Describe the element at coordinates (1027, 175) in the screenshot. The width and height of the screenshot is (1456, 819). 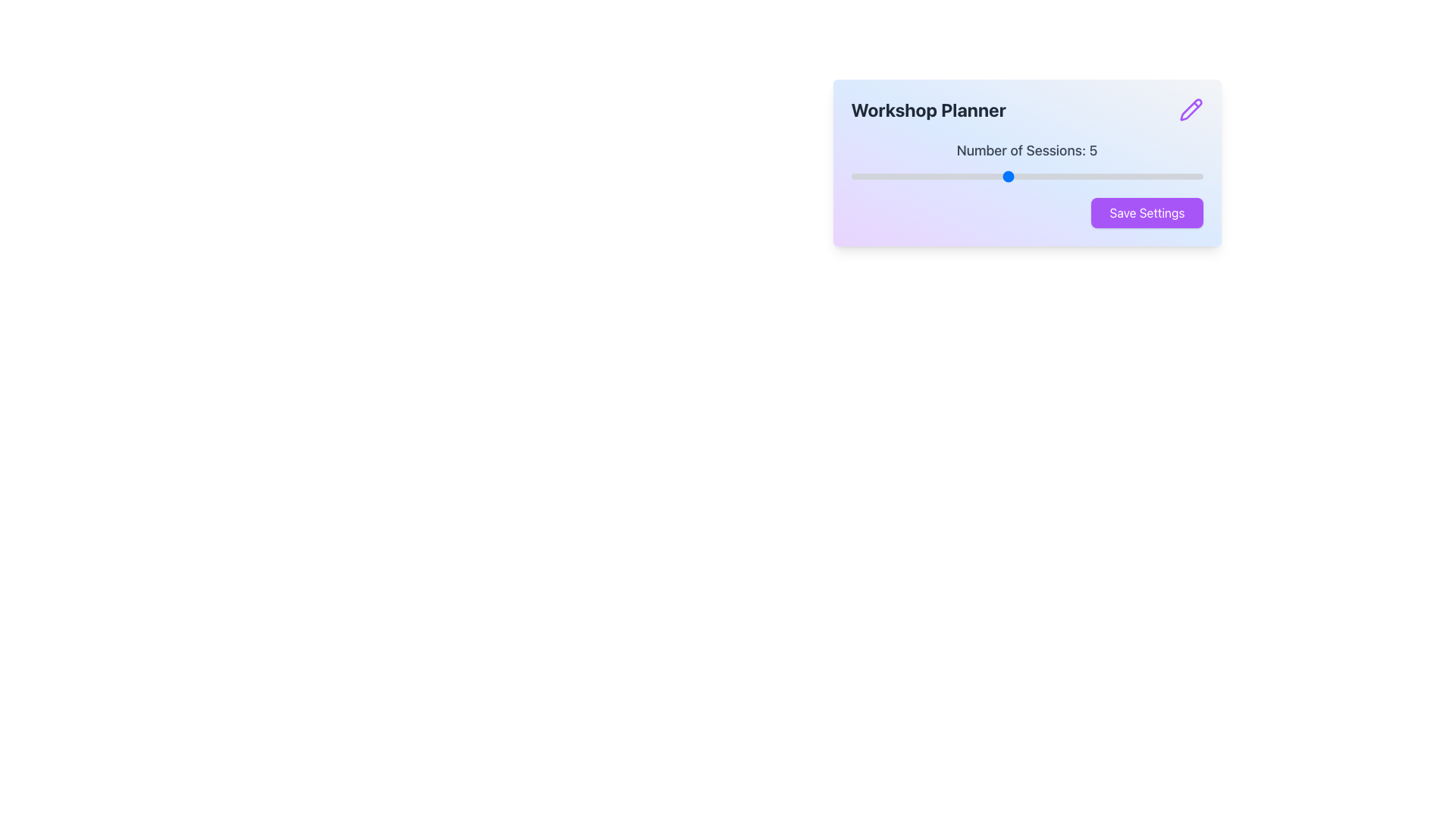
I see `the blue circular thumb of the horizontal slider, which is located below the text 'Number of Sessions: 5'` at that location.